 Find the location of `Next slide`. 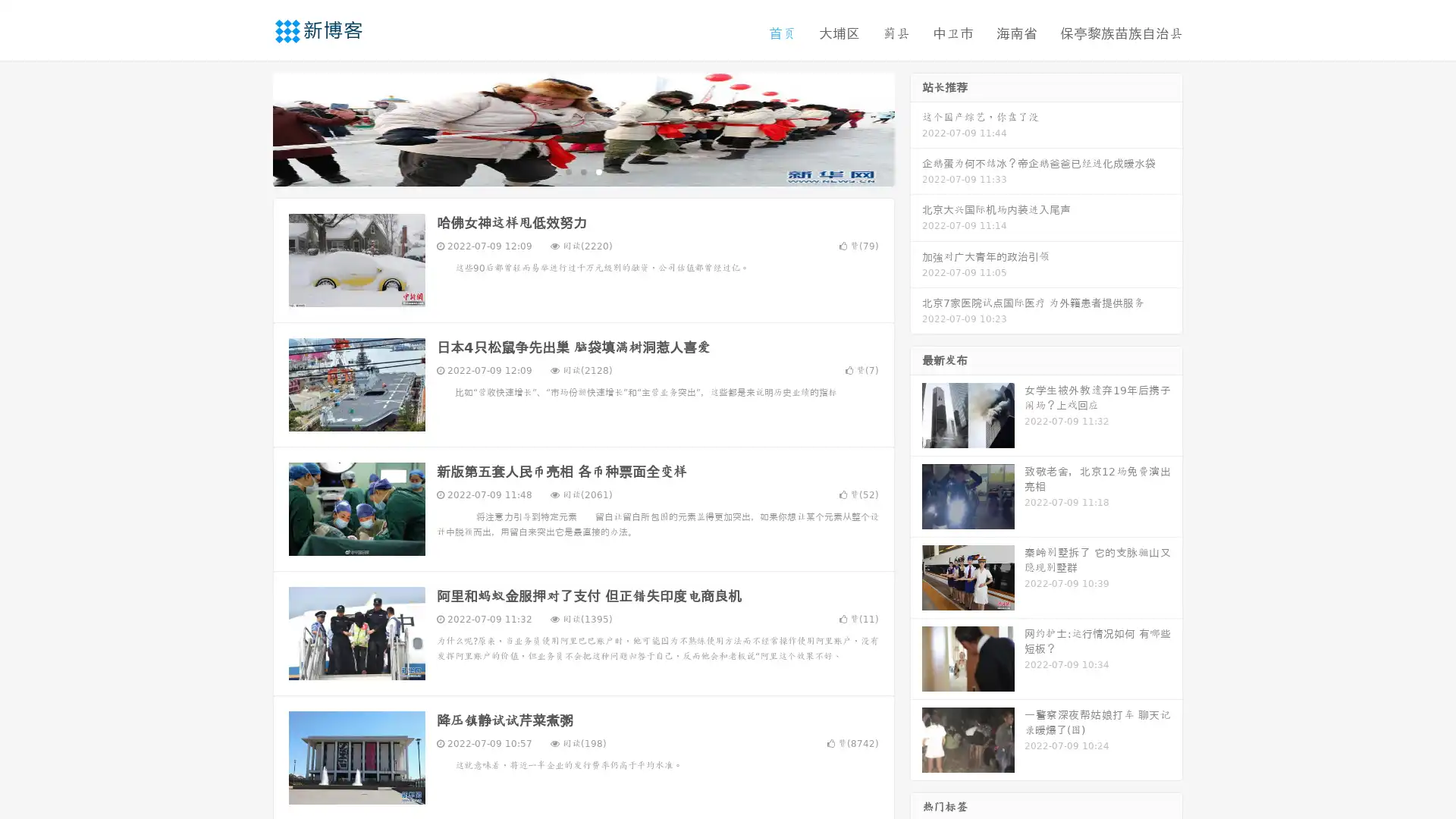

Next slide is located at coordinates (916, 127).